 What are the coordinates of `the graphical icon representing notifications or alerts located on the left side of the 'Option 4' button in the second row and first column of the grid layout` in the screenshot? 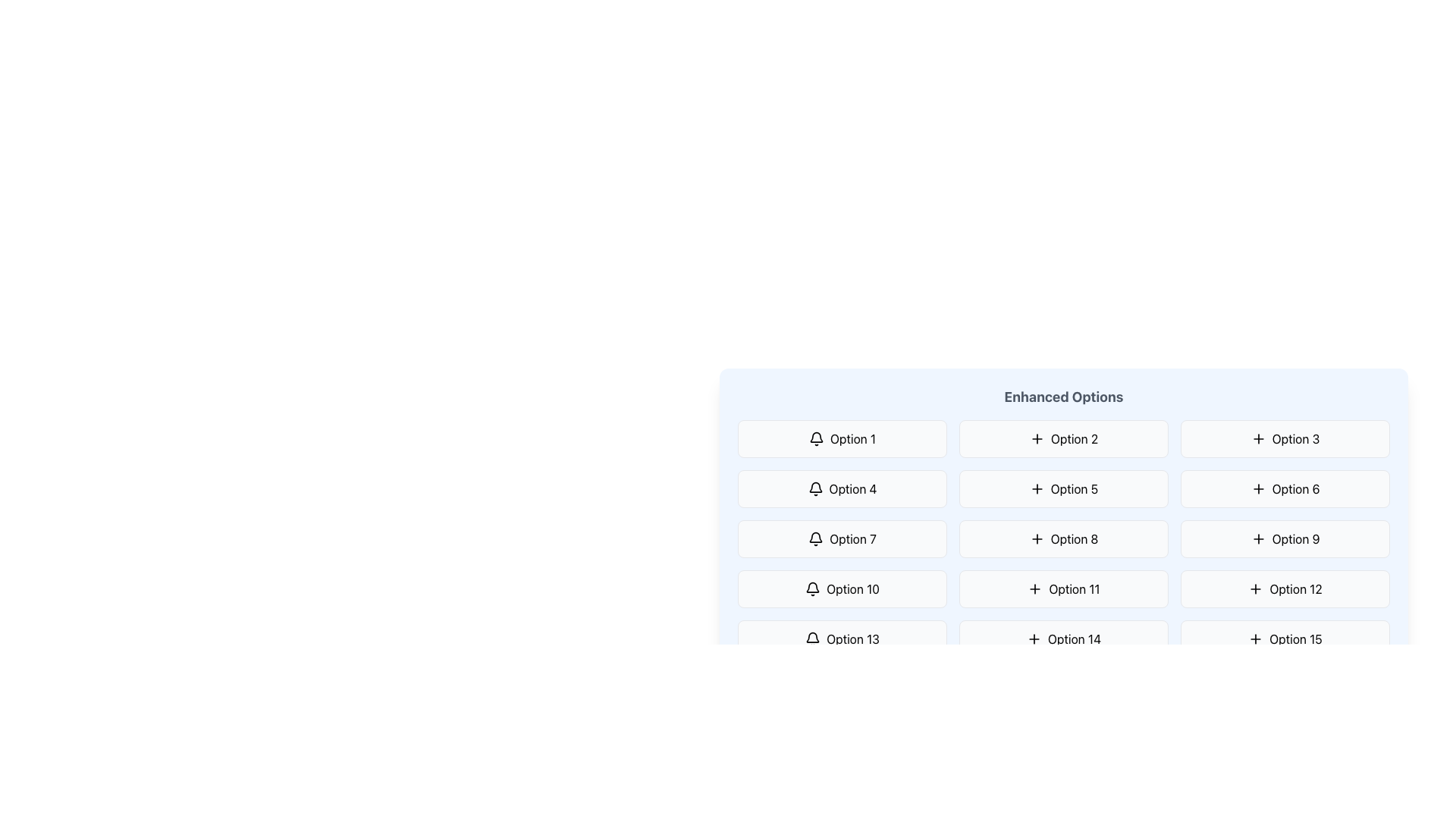 It's located at (814, 488).